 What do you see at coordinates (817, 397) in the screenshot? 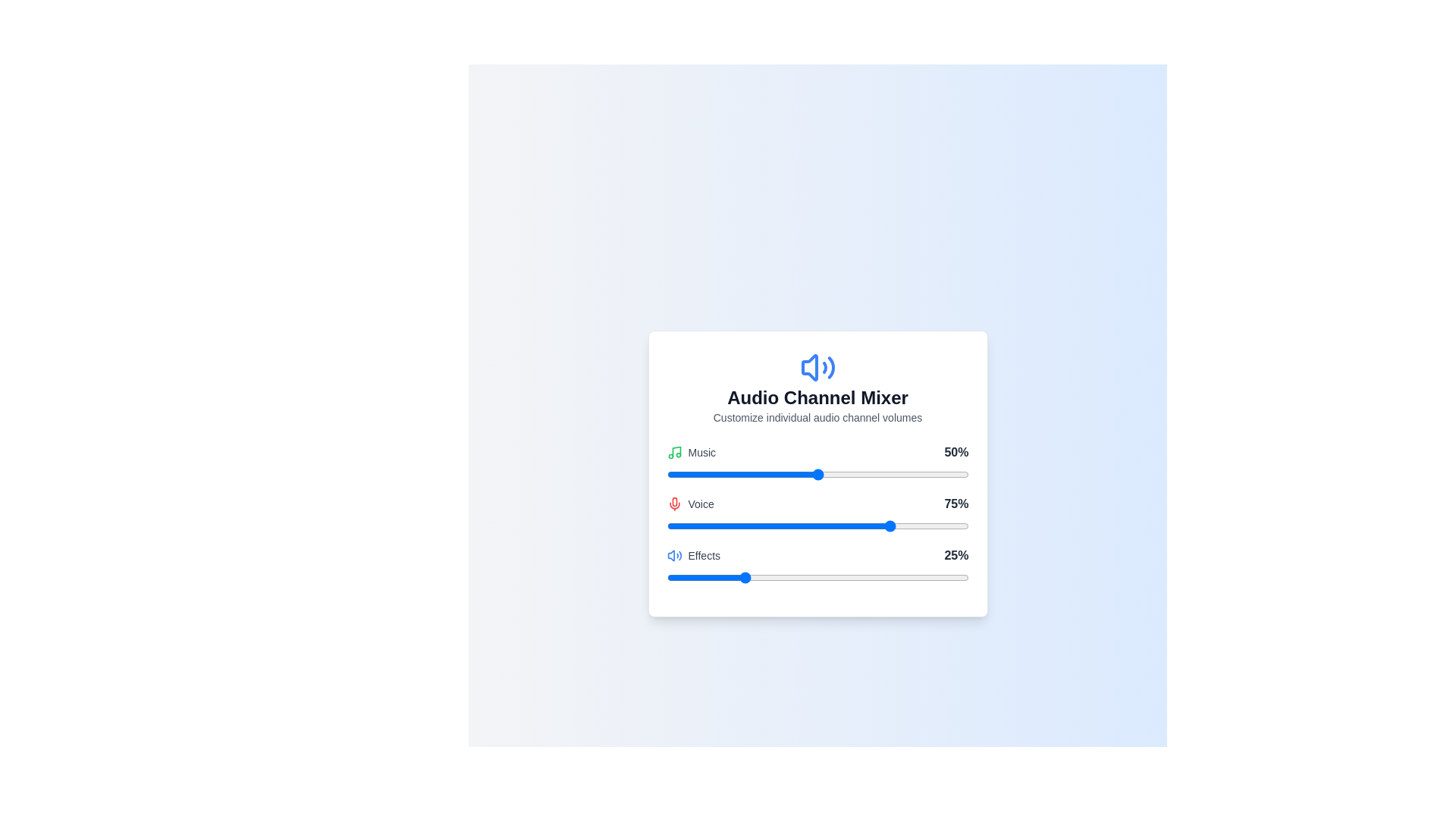
I see `the bold title text displaying 'Audio Channel Mixer' located in the top center of the card-like interface, which is positioned below the speaker icon and above the descriptive text` at bounding box center [817, 397].